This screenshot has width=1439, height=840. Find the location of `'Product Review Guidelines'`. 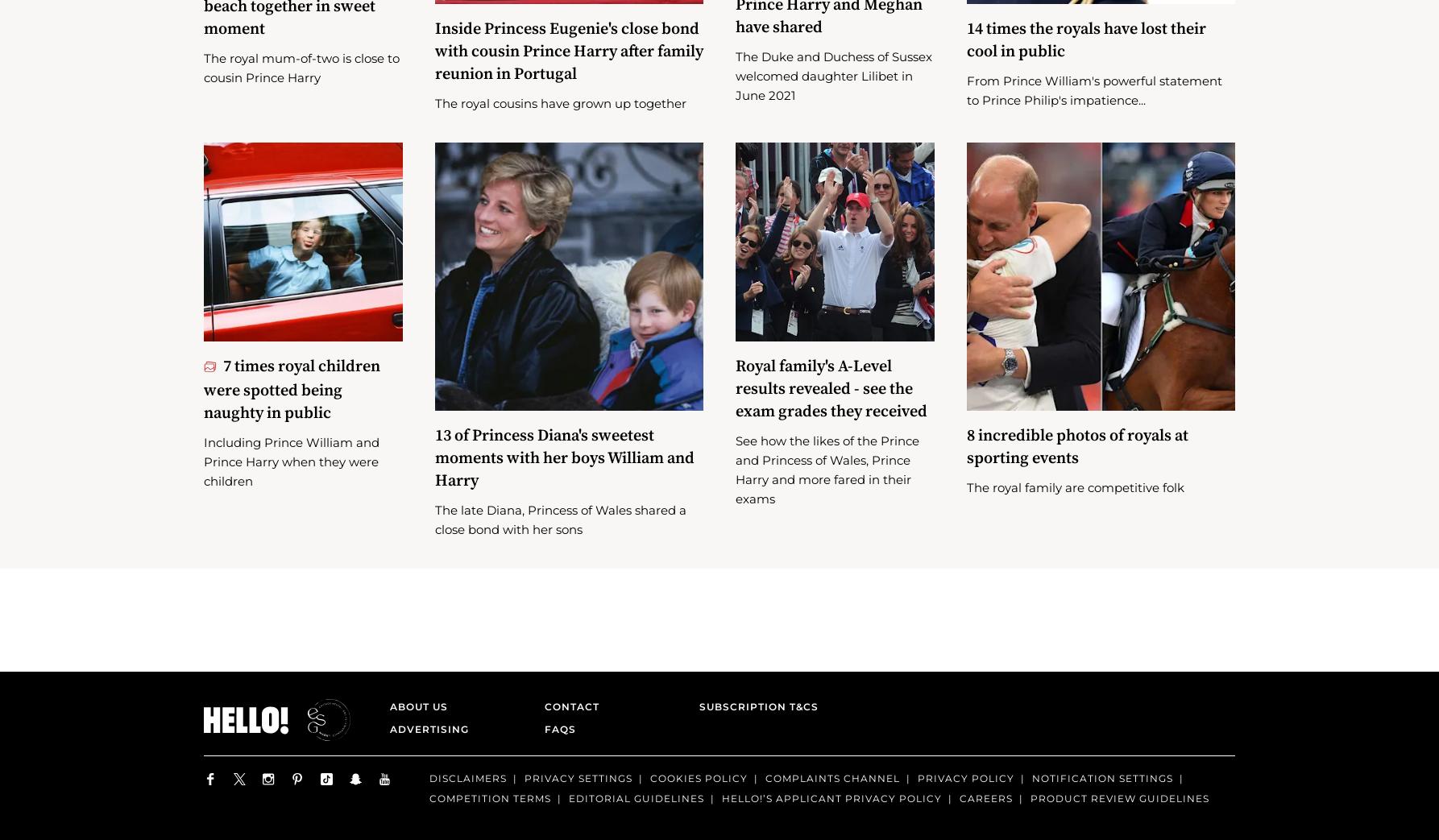

'Product Review Guidelines' is located at coordinates (1030, 822).